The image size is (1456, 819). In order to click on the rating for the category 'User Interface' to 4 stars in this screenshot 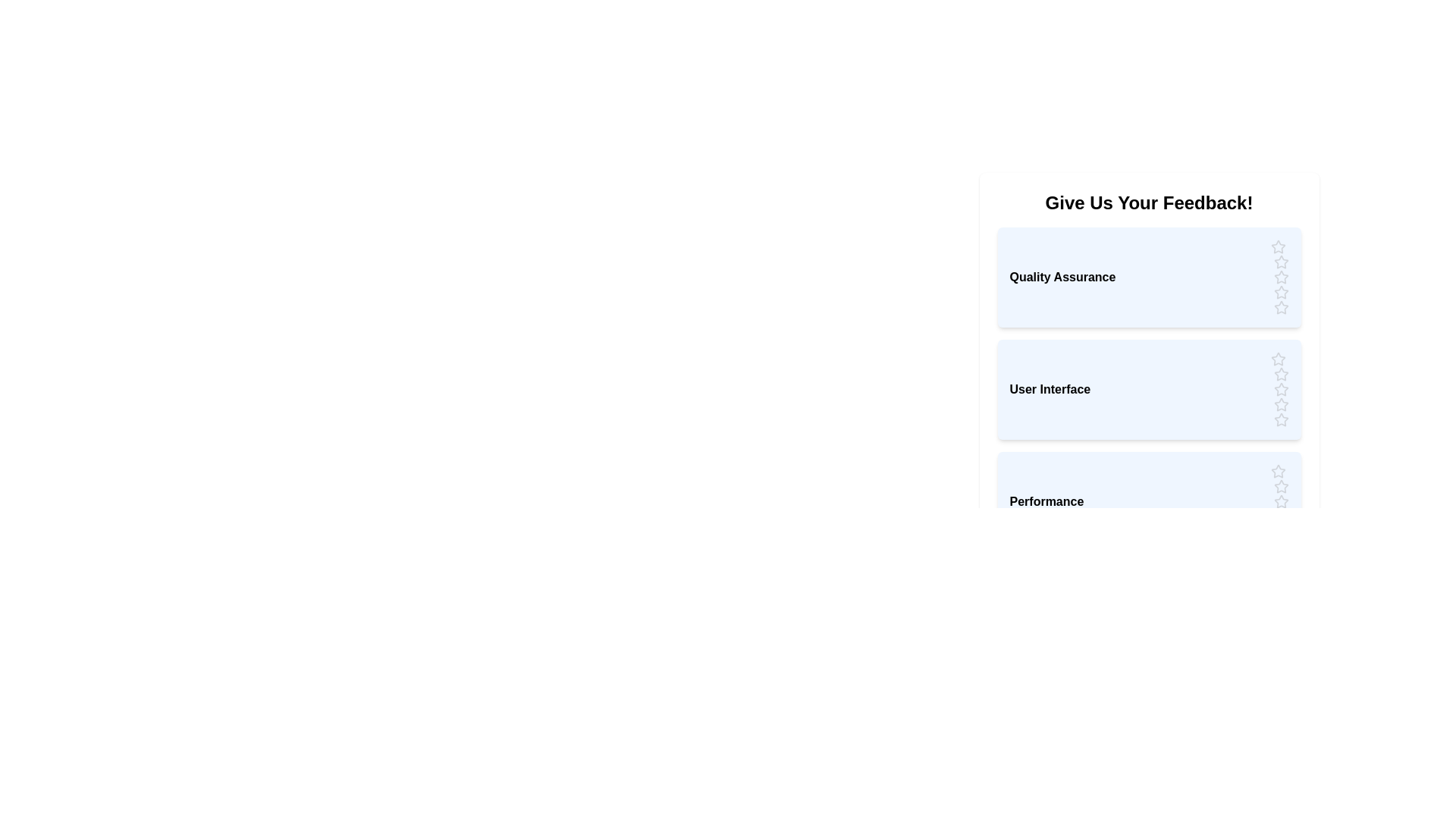, I will do `click(1280, 403)`.